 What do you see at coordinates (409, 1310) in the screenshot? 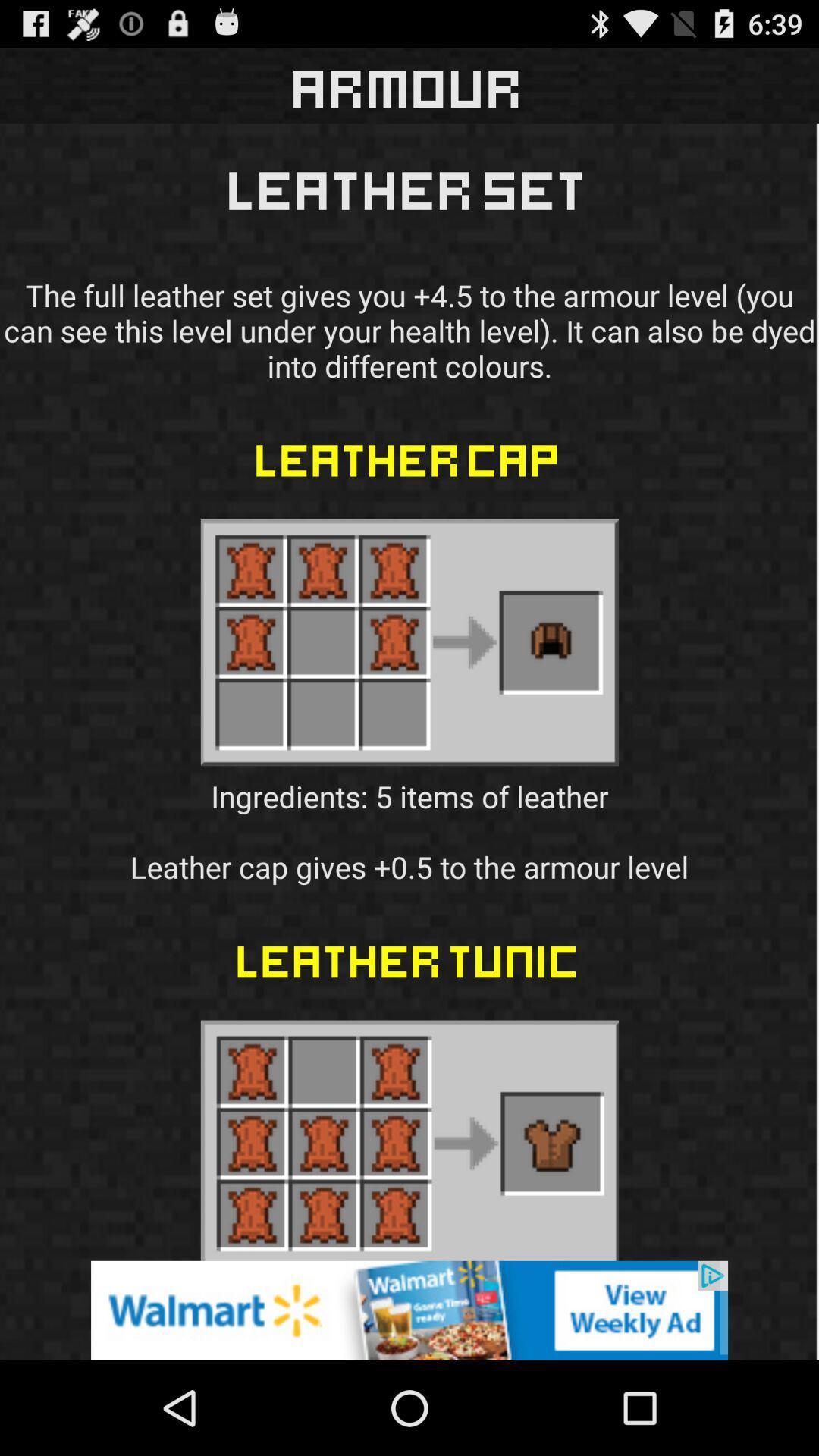
I see `advertisement` at bounding box center [409, 1310].